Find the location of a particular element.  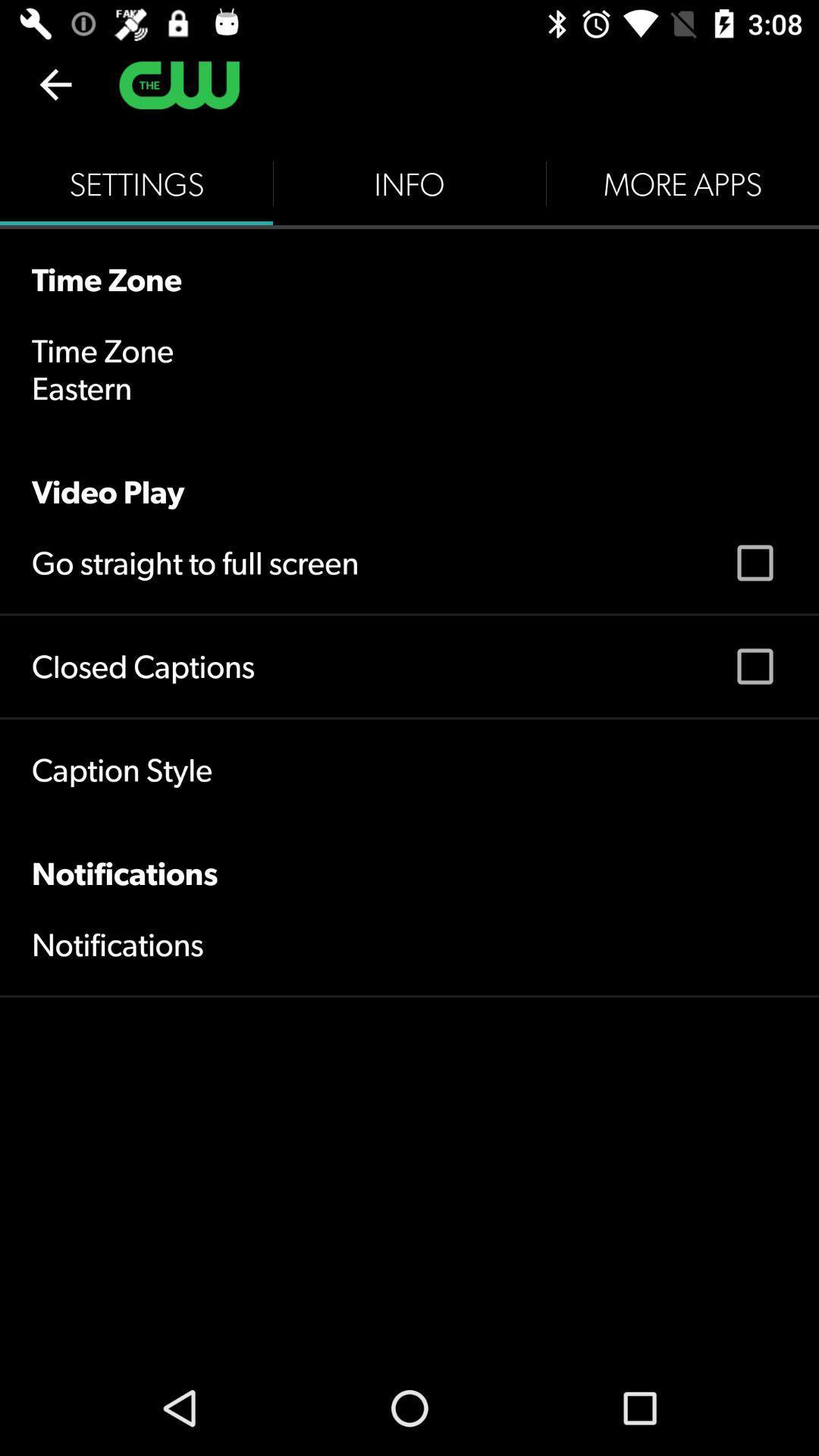

the item above settings is located at coordinates (55, 83).